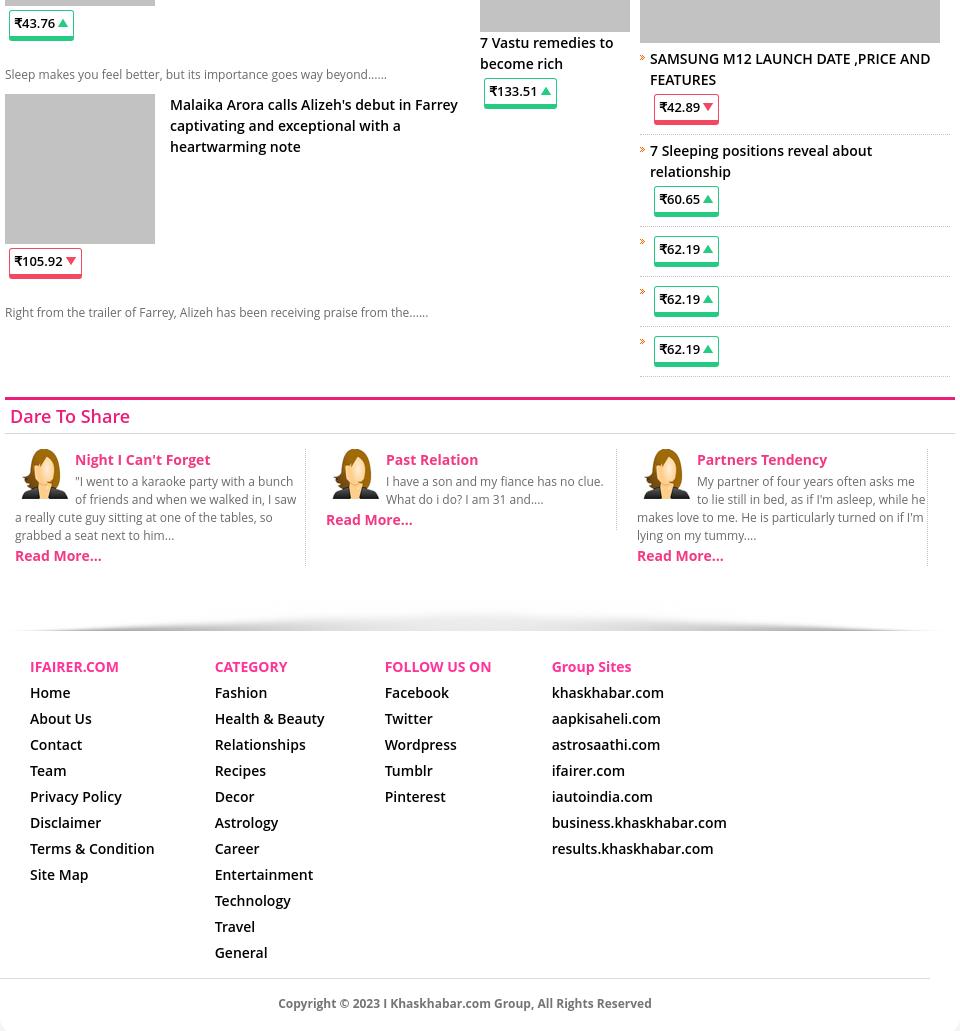  Describe the element at coordinates (240, 768) in the screenshot. I see `'Recipes'` at that location.